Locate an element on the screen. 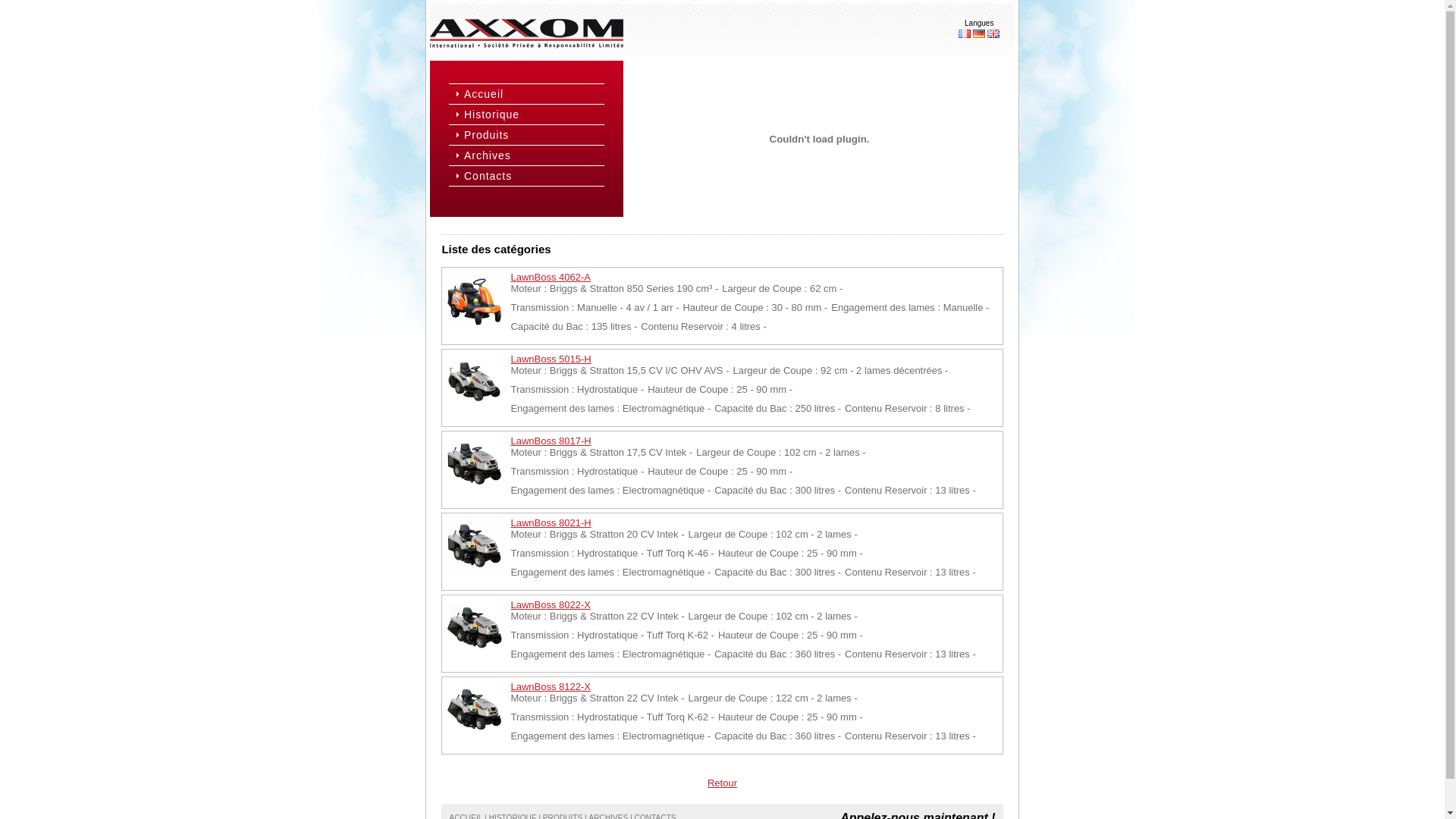  'Axxom' is located at coordinates (526, 33).